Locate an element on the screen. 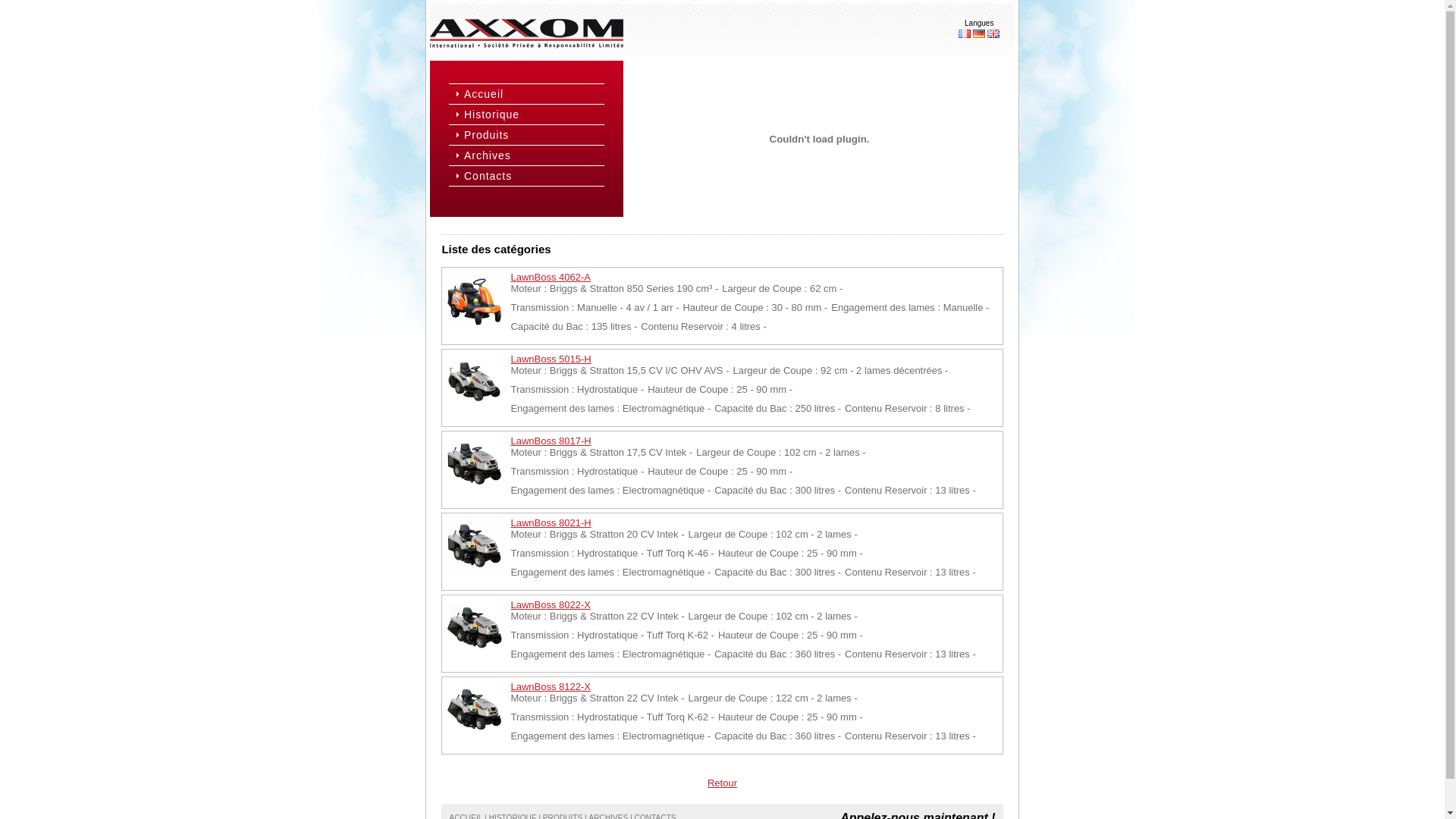  'Axxom' is located at coordinates (526, 33).